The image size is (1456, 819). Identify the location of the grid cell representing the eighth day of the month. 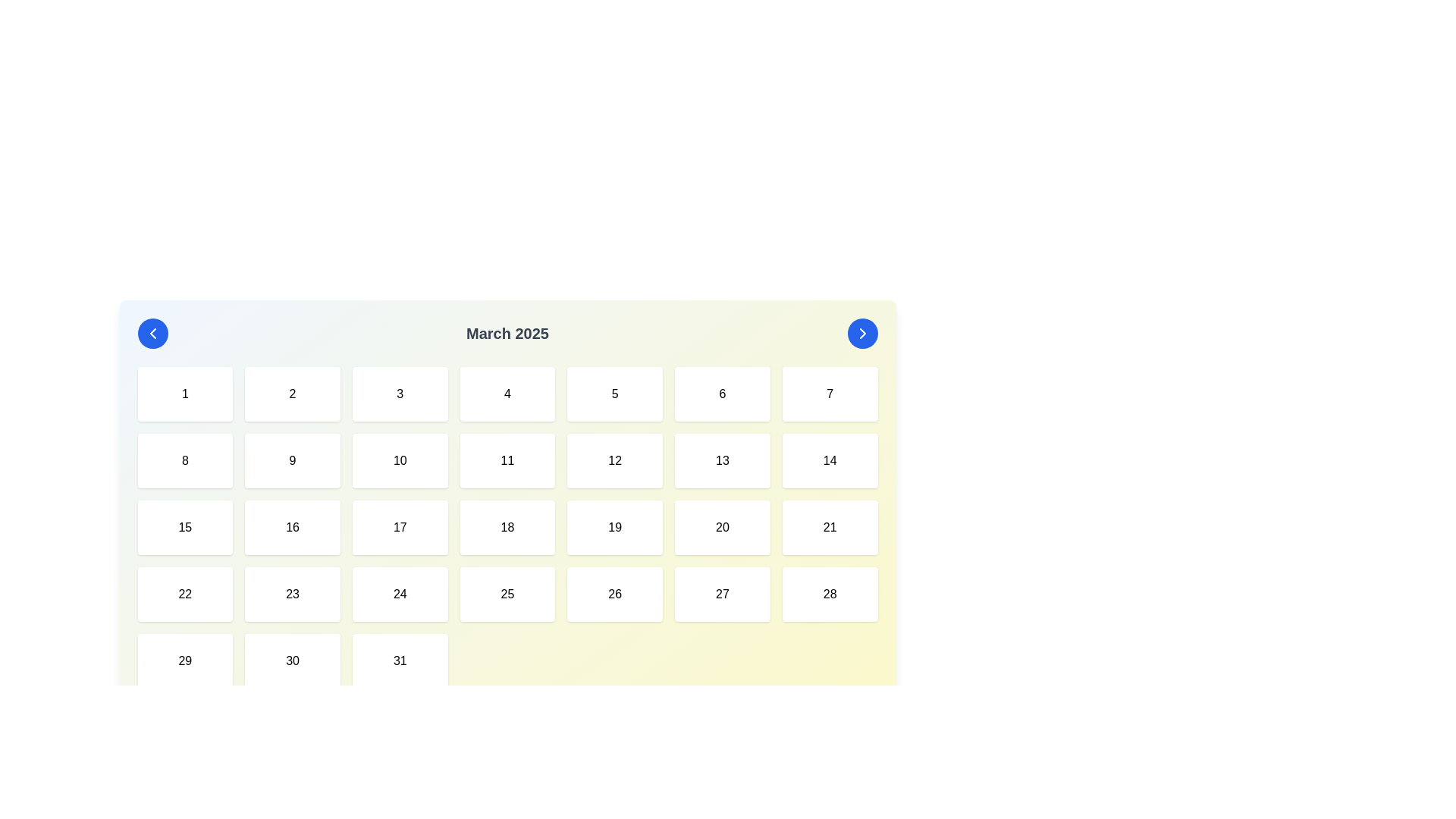
(184, 460).